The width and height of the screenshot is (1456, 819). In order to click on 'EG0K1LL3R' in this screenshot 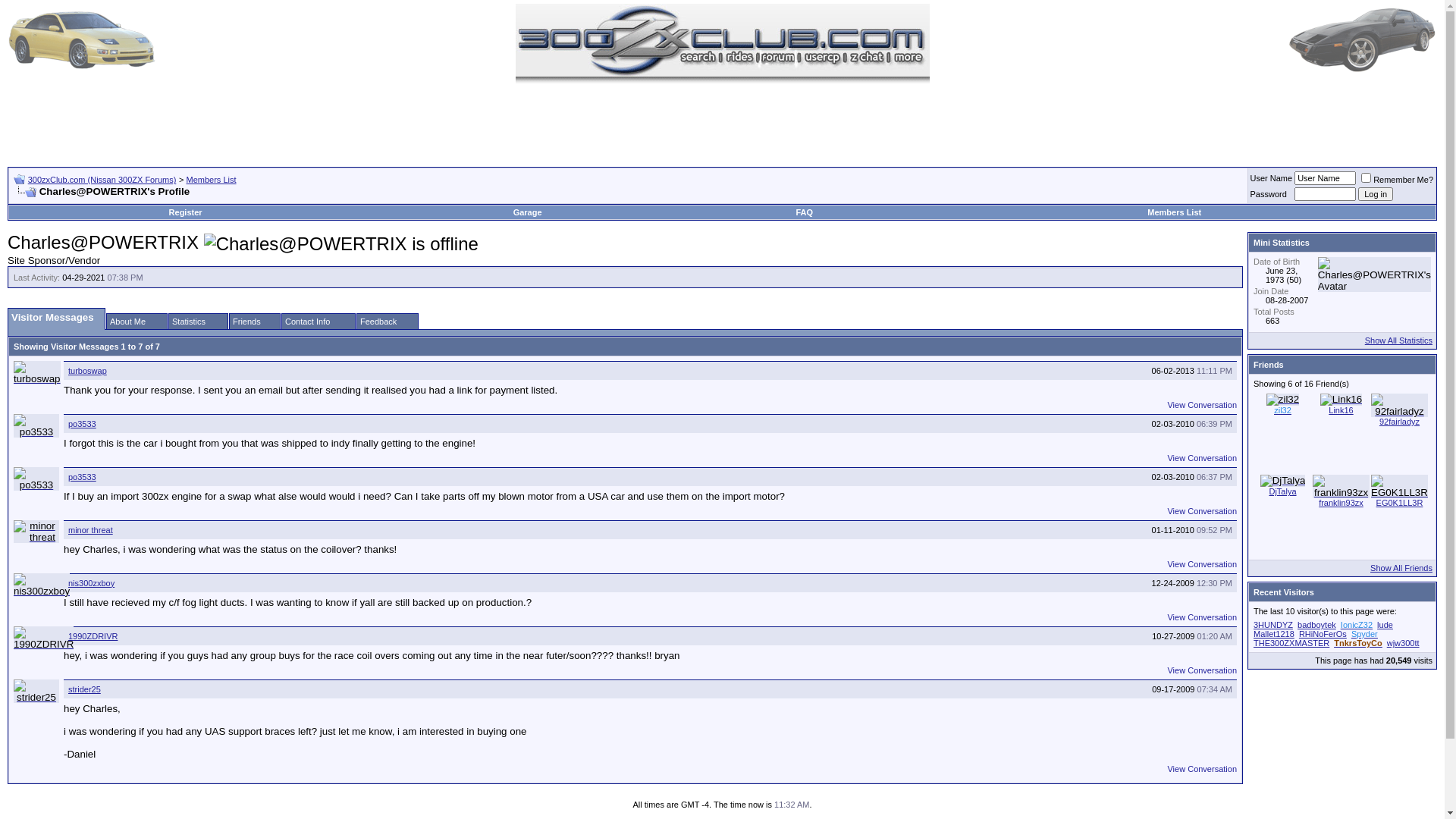, I will do `click(1371, 486)`.